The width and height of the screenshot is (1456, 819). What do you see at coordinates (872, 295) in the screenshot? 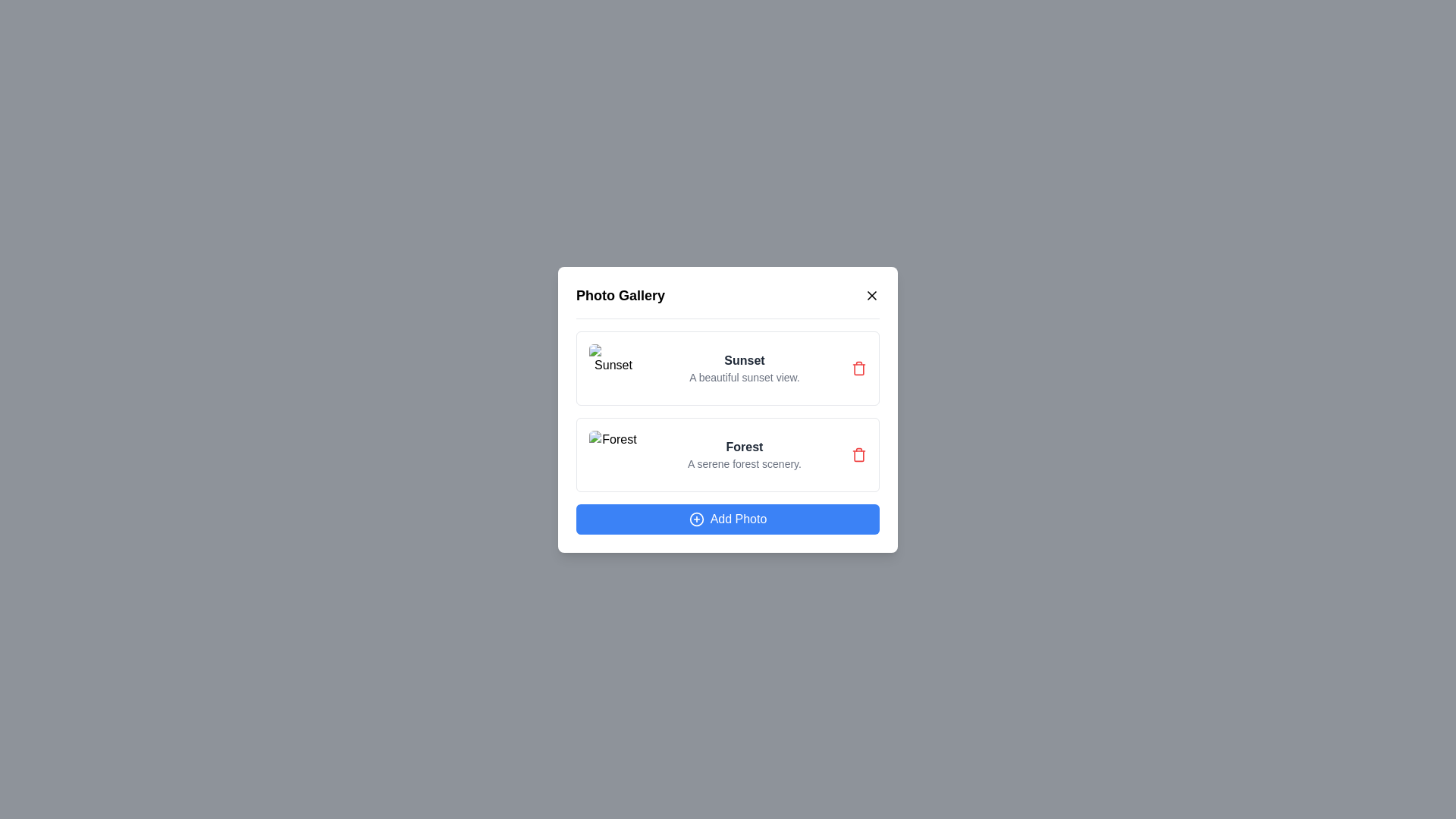
I see `the red 'X' close button located in the top-right corner of the 'Photo Gallery' modal header` at bounding box center [872, 295].